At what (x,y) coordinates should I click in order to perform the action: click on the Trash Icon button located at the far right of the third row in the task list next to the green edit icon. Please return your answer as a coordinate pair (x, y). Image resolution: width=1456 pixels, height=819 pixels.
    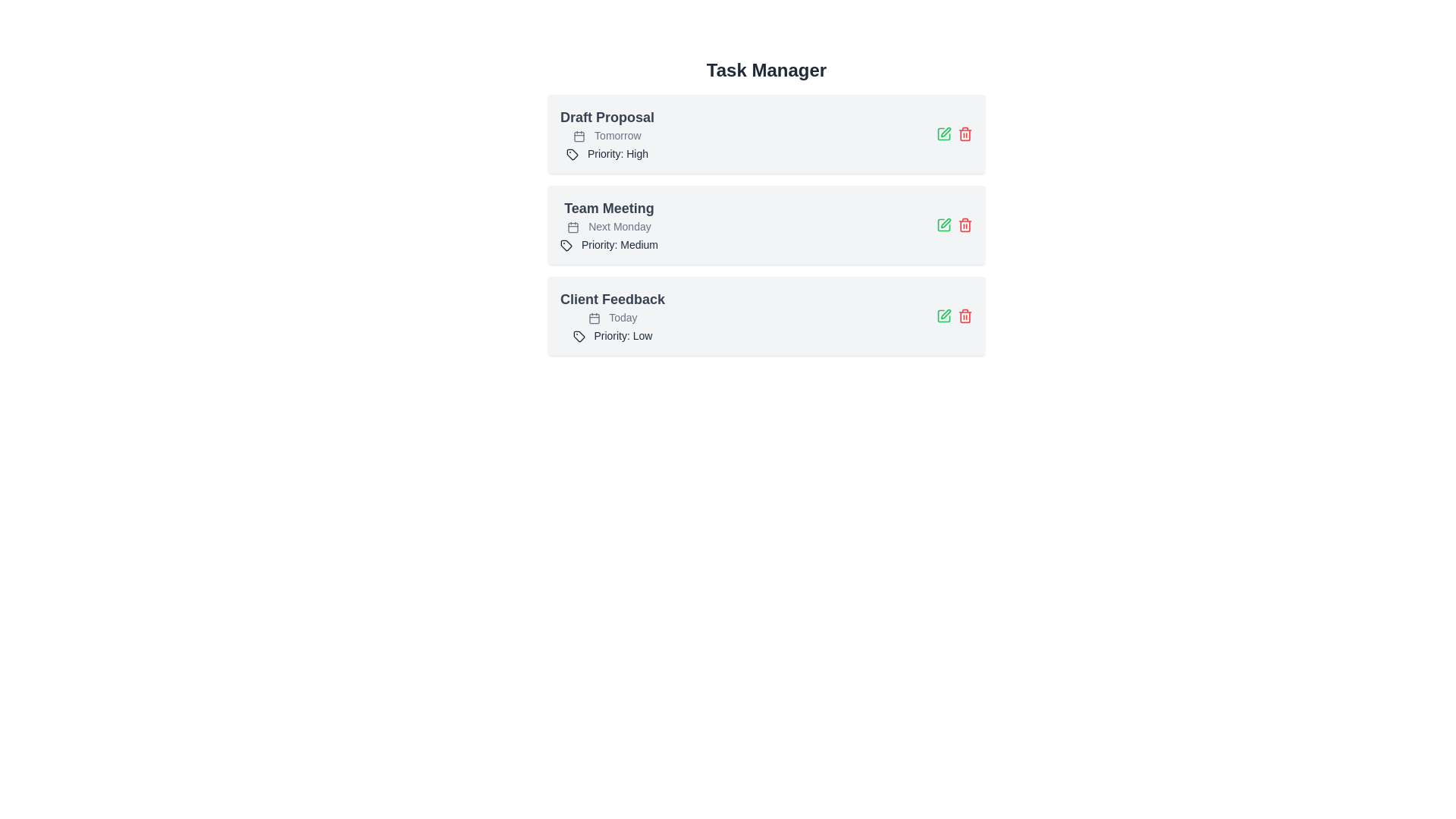
    Looking at the image, I should click on (964, 315).